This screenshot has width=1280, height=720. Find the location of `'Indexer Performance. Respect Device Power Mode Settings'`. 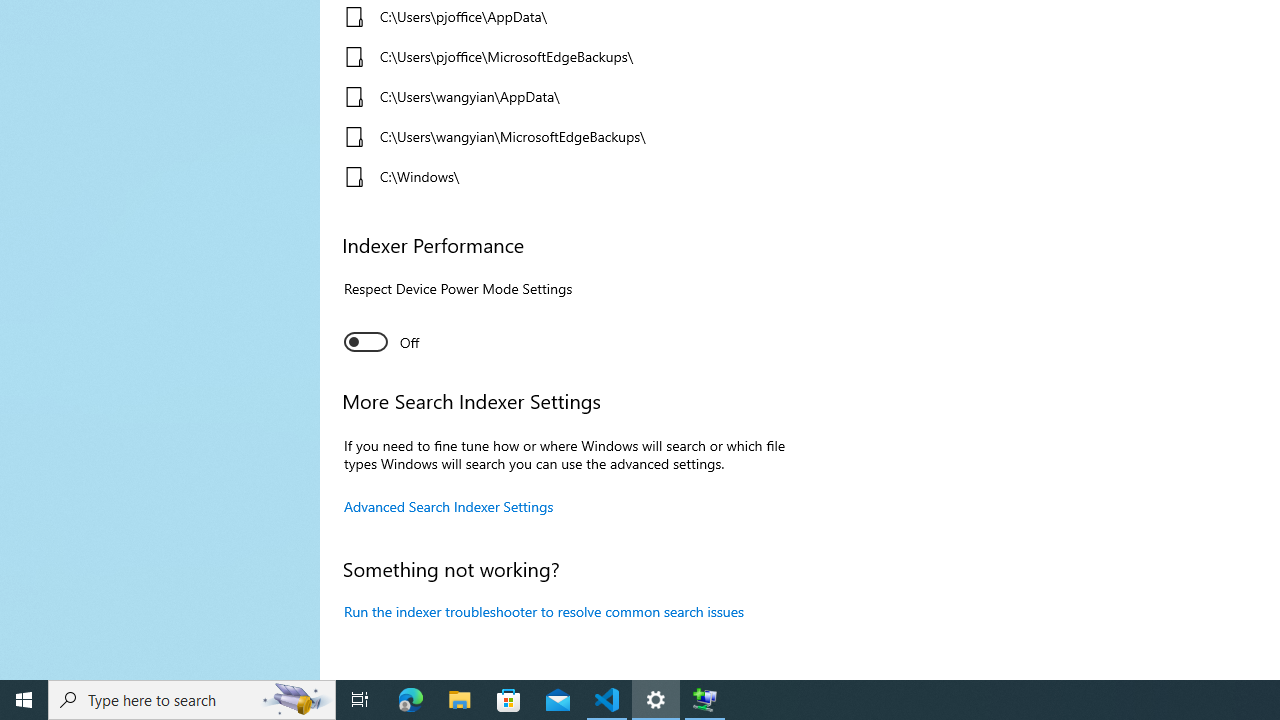

'Indexer Performance. Respect Device Power Mode Settings' is located at coordinates (382, 341).